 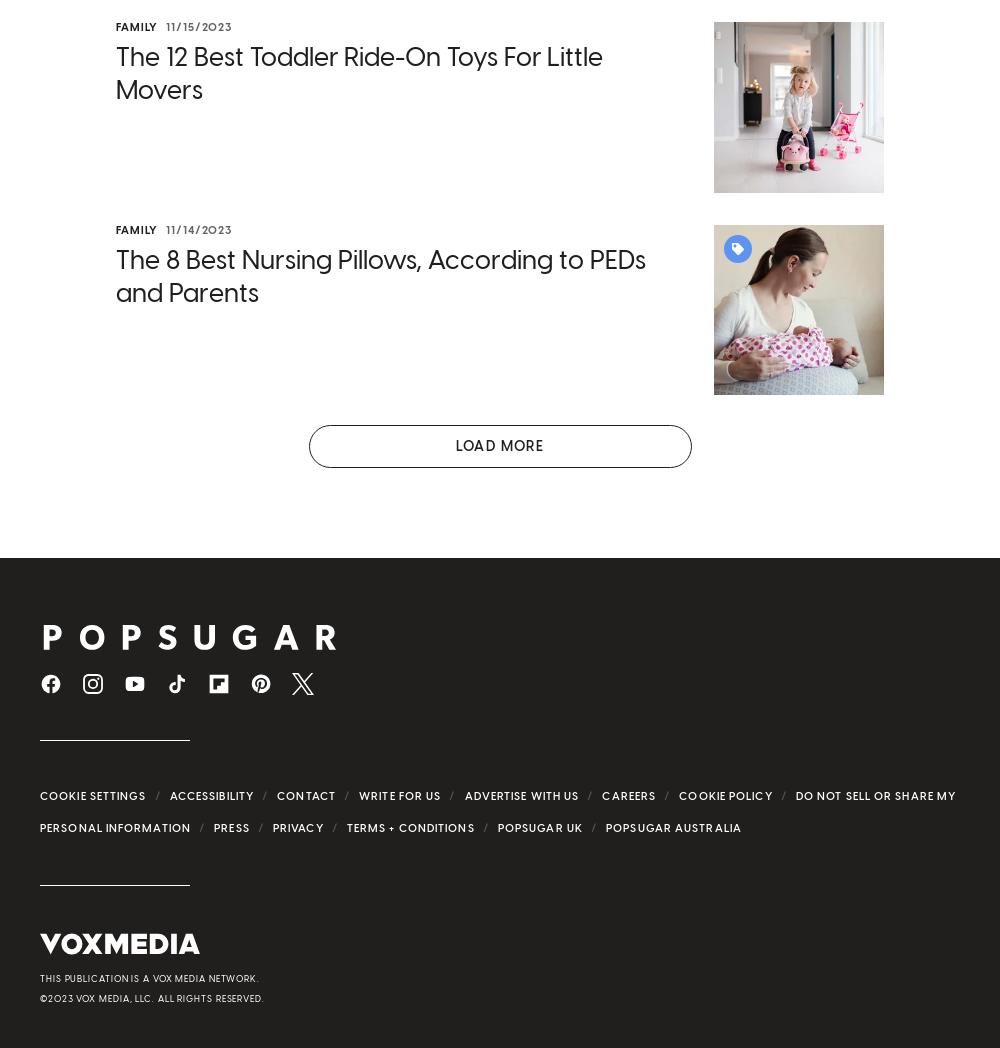 What do you see at coordinates (554, 535) in the screenshot?
I see `'Dependent Care Flexible Spending Account'` at bounding box center [554, 535].